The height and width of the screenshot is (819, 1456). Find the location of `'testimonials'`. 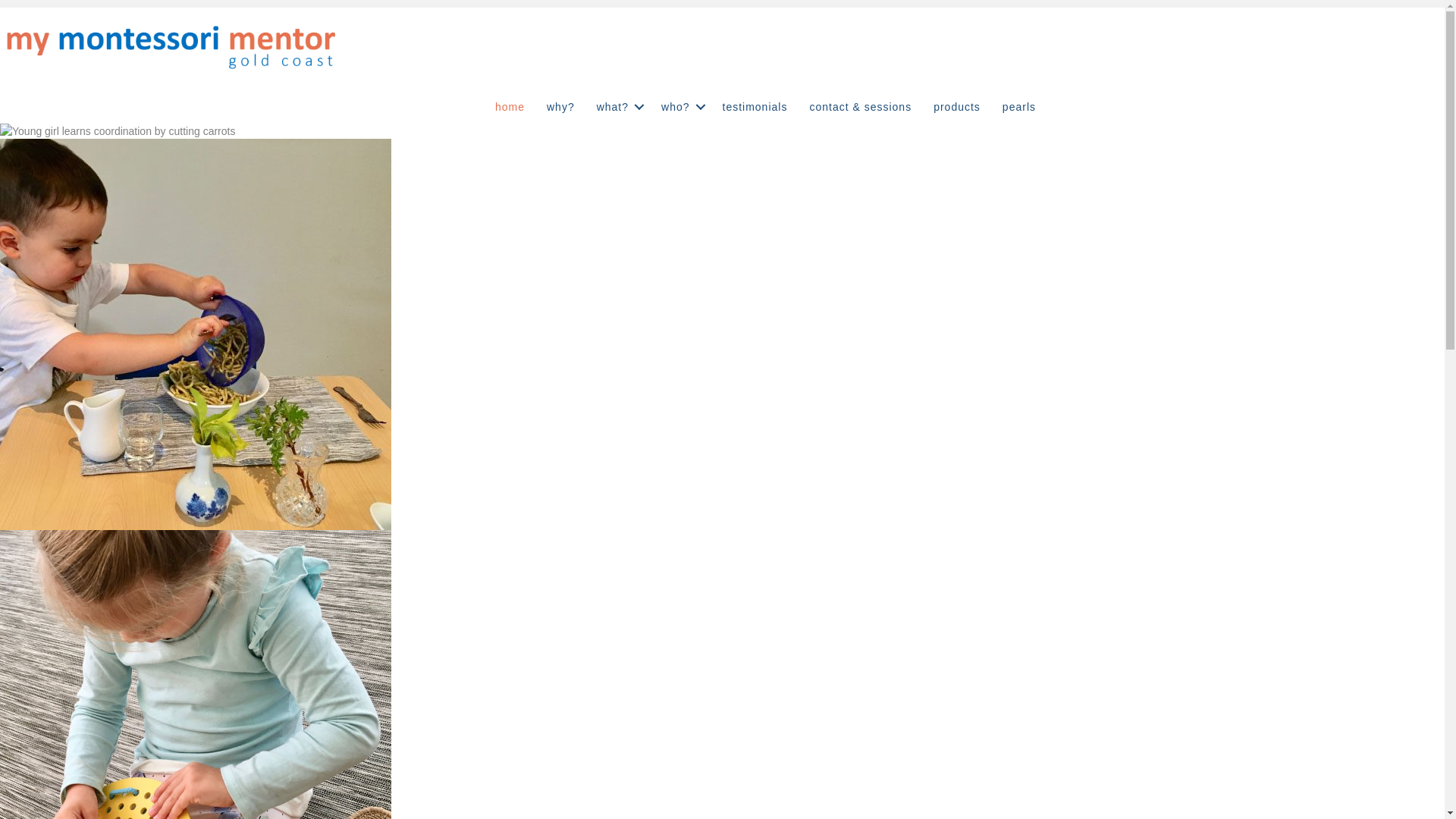

'testimonials' is located at coordinates (710, 106).